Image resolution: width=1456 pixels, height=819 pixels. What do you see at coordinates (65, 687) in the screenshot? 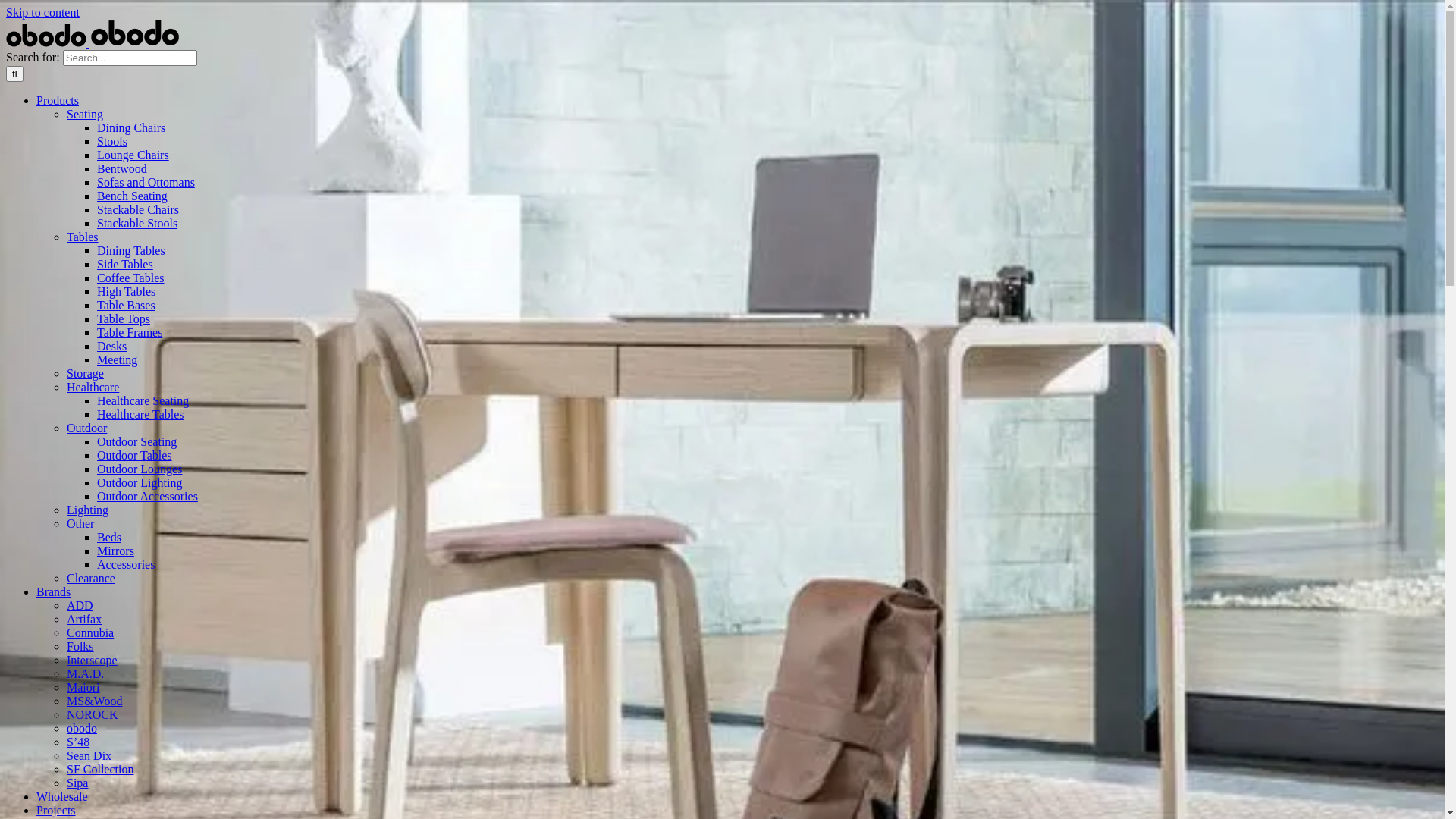
I see `'Maiori'` at bounding box center [65, 687].